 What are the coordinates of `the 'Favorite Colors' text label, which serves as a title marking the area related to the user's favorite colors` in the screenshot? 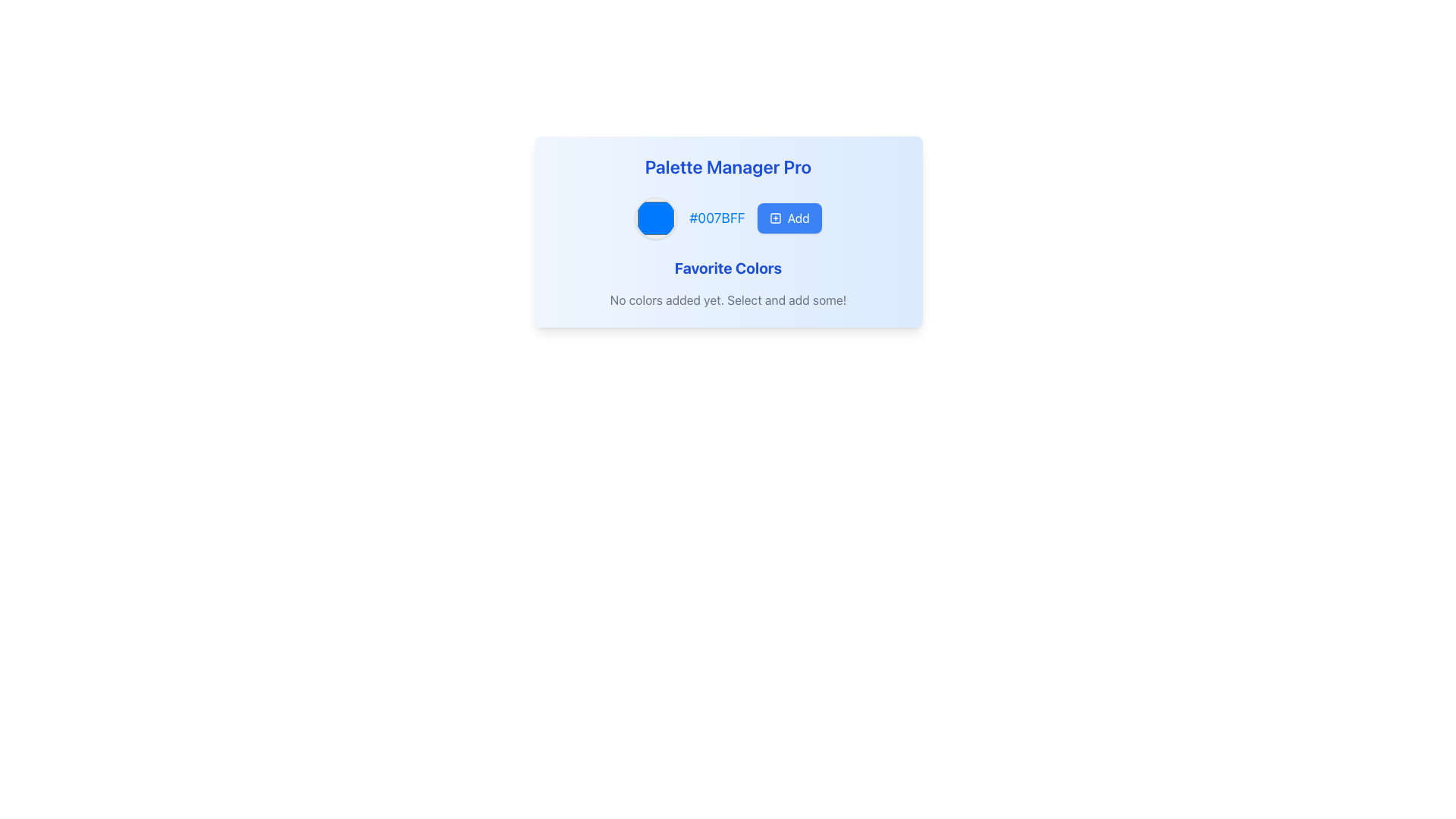 It's located at (728, 268).